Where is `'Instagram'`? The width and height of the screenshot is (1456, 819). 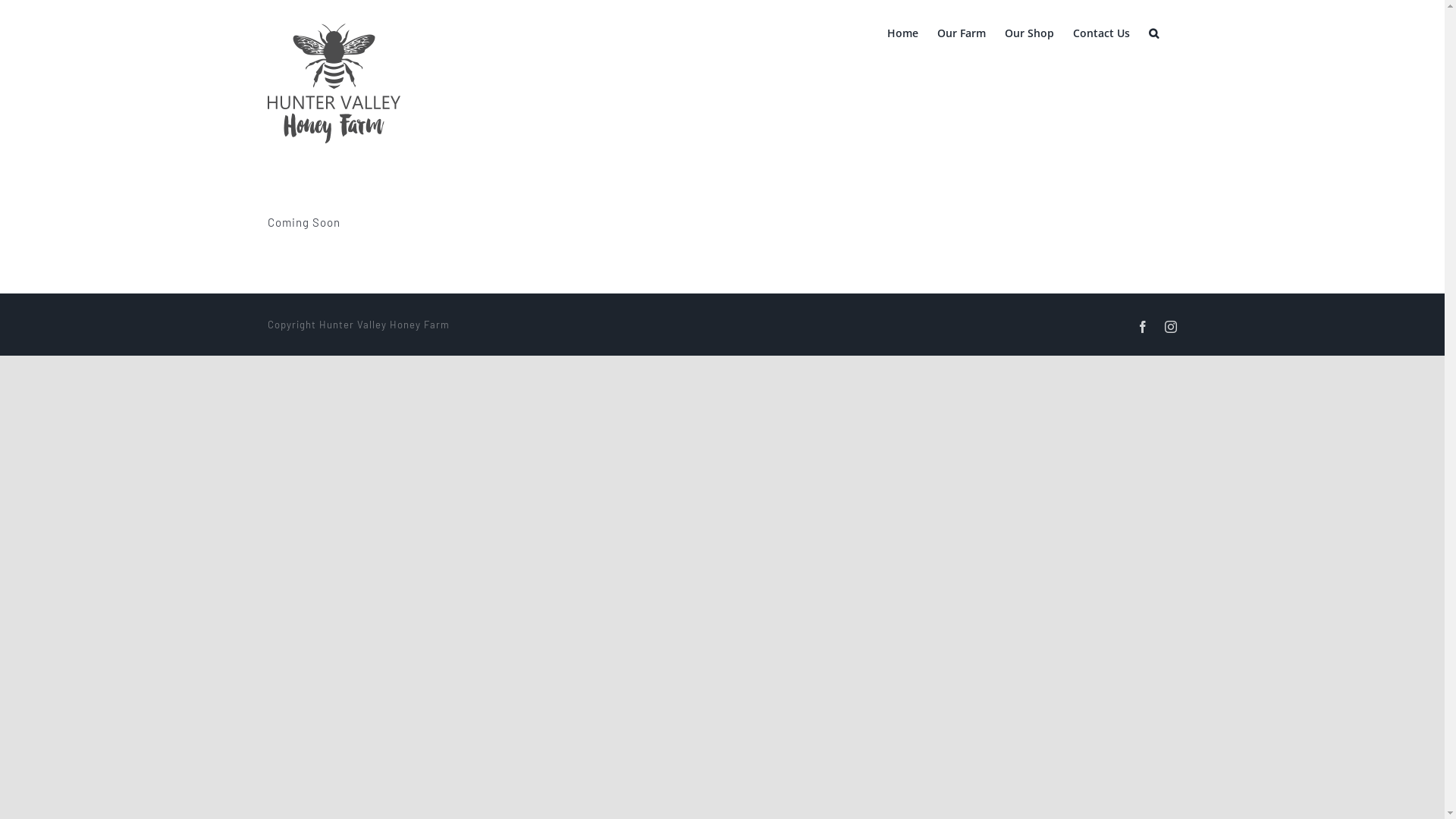
'Instagram' is located at coordinates (1164, 326).